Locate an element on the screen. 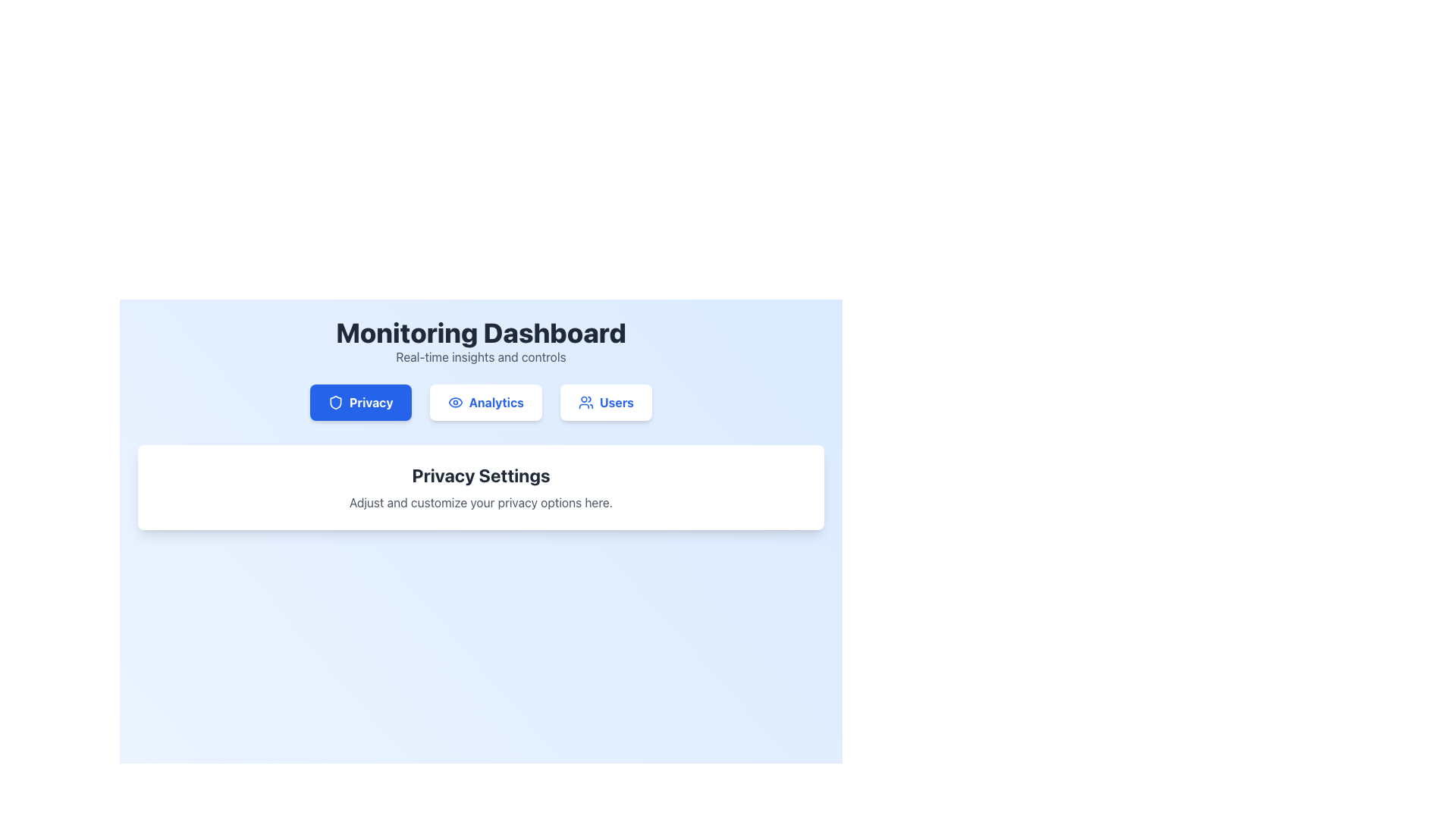 This screenshot has height=819, width=1456. the guidance text element displayed in gray font, located directly beneath the 'Privacy Settings' title is located at coordinates (480, 503).